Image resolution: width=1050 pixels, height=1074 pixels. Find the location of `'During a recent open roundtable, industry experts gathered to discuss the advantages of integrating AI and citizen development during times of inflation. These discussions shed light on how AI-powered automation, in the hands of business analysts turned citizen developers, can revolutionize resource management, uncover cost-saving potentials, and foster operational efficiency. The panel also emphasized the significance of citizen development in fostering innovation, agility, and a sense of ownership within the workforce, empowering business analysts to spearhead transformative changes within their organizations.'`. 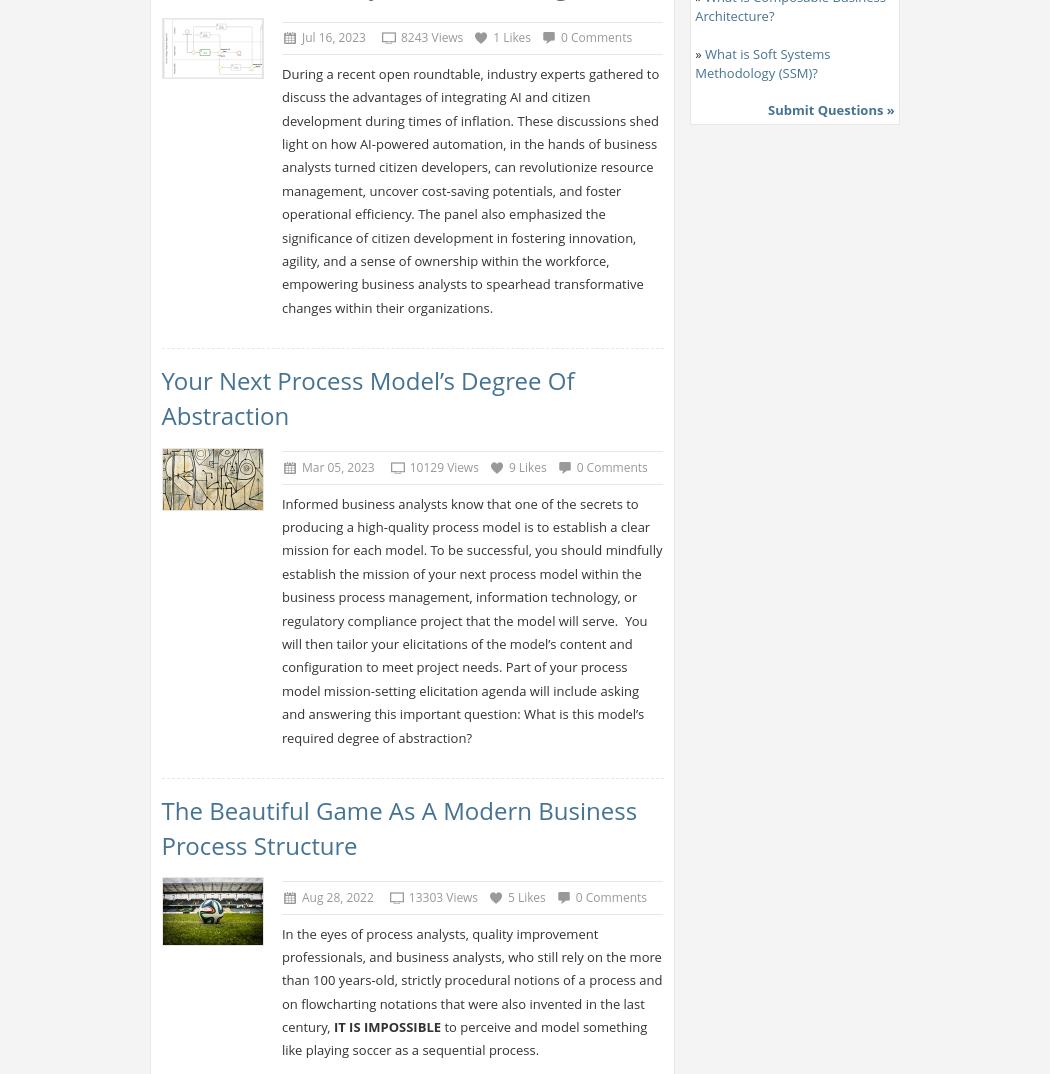

'During a recent open roundtable, industry experts gathered to discuss the advantages of integrating AI and citizen development during times of inflation. These discussions shed light on how AI-powered automation, in the hands of business analysts turned citizen developers, can revolutionize resource management, uncover cost-saving potentials, and foster operational efficiency. The panel also emphasized the significance of citizen development in fostering innovation, agility, and a sense of ownership within the workforce, empowering business analysts to spearhead transformative changes within their organizations.' is located at coordinates (469, 189).